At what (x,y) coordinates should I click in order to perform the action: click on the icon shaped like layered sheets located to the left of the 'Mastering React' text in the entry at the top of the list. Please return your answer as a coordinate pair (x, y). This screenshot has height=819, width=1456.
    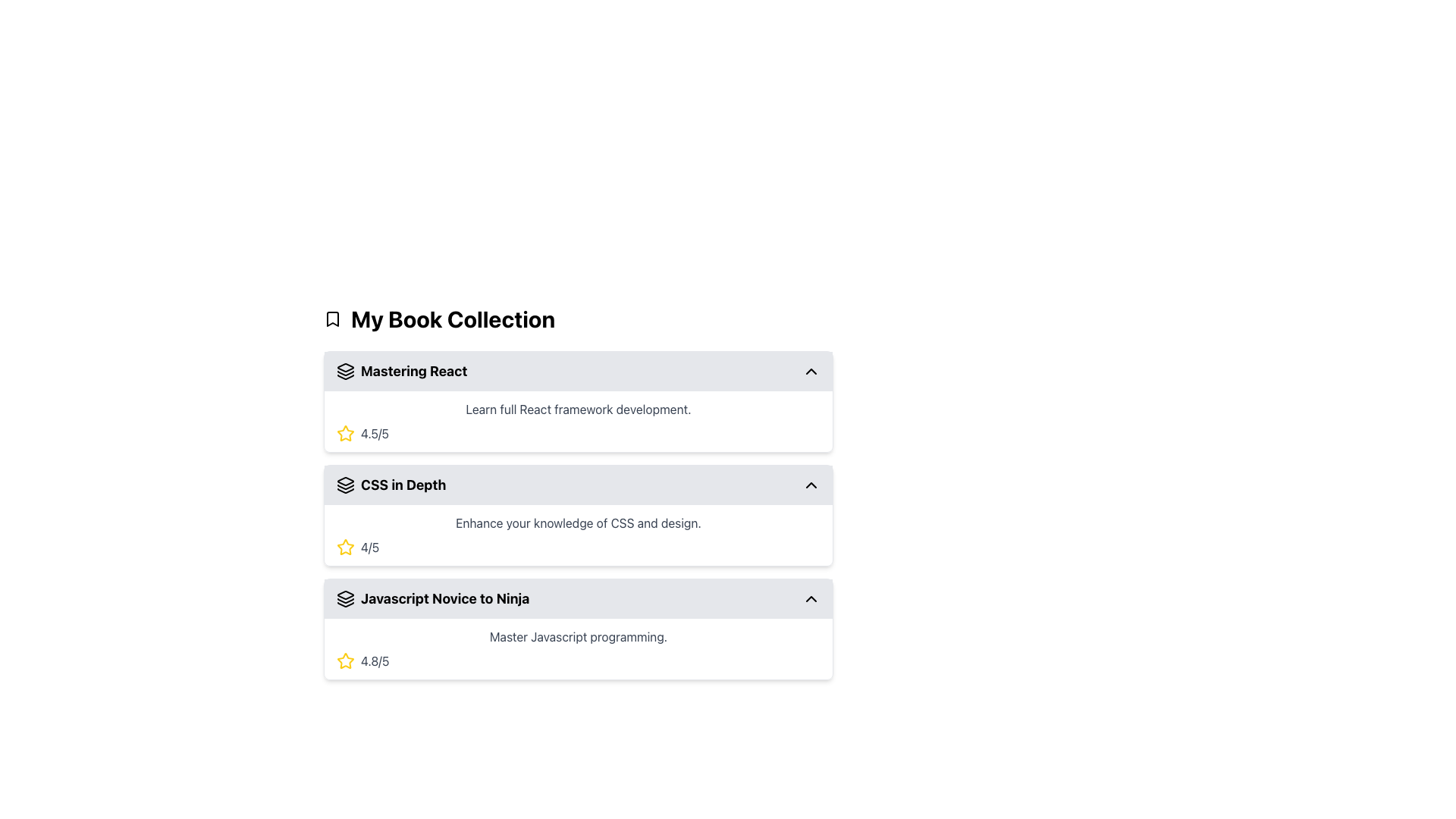
    Looking at the image, I should click on (345, 371).